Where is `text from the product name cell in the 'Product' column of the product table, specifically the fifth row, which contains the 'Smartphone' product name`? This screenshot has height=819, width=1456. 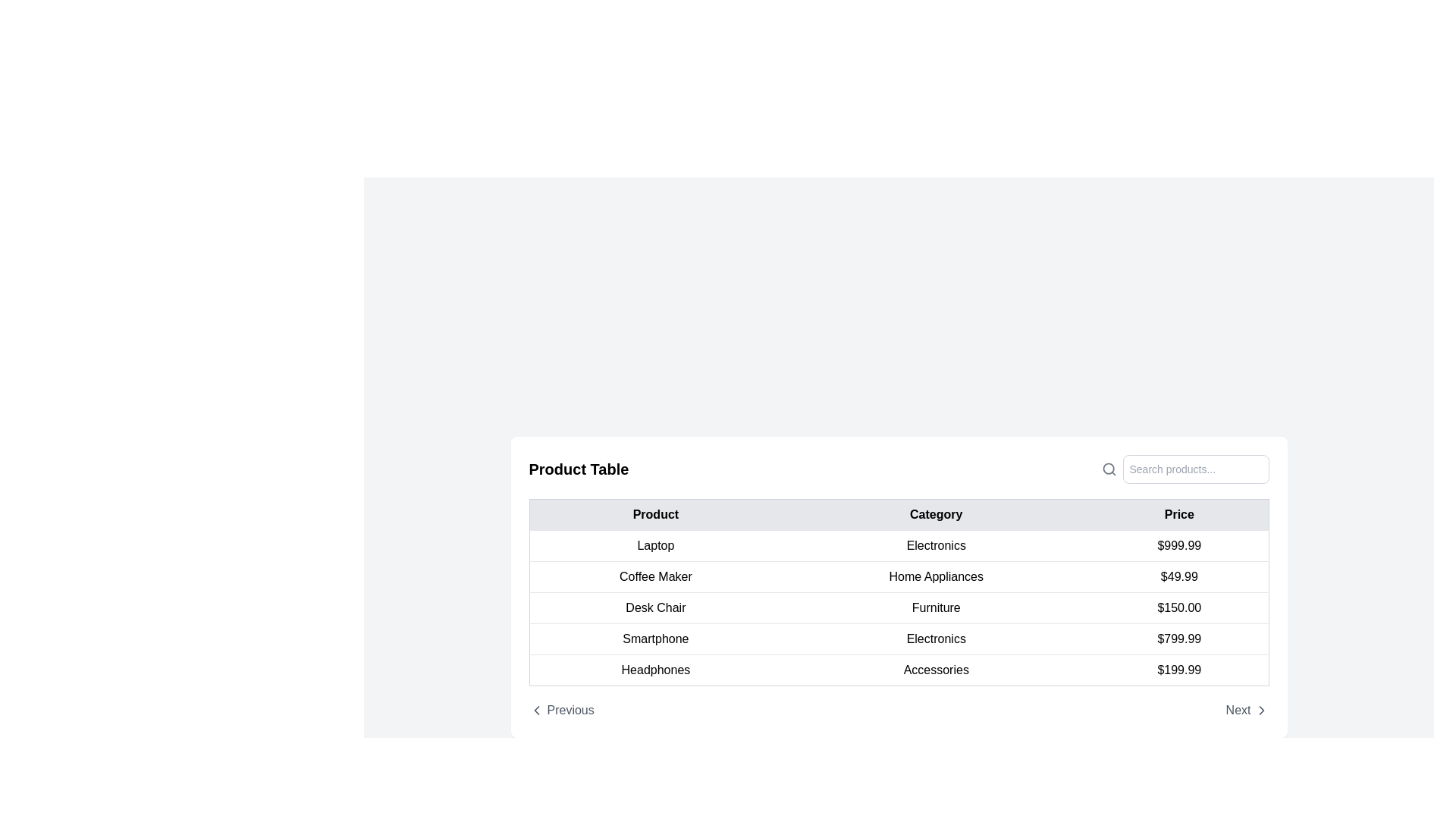 text from the product name cell in the 'Product' column of the product table, specifically the fifth row, which contains the 'Smartphone' product name is located at coordinates (655, 639).